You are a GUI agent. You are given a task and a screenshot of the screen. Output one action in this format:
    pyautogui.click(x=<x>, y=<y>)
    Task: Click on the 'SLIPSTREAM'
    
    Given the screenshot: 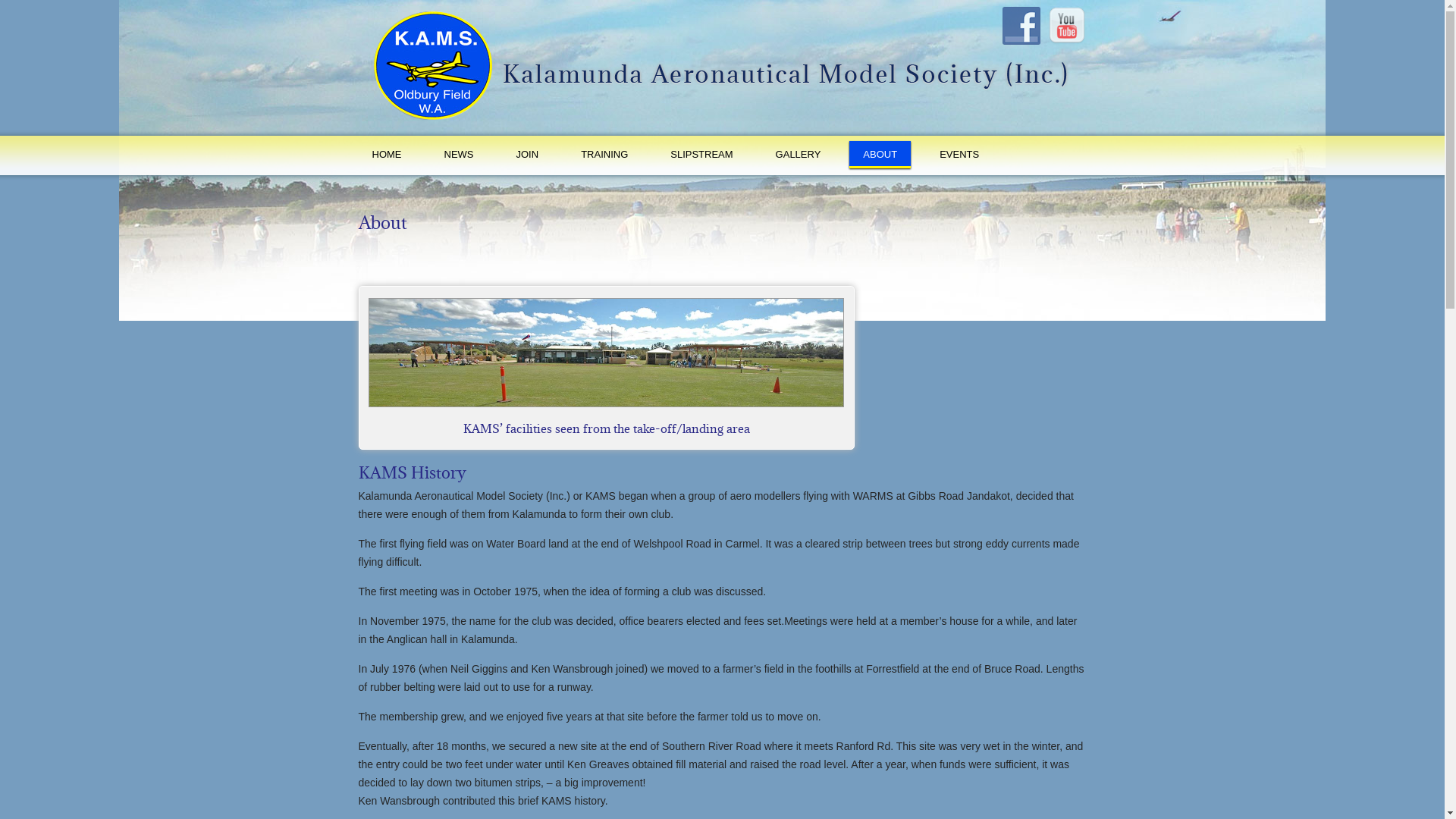 What is the action you would take?
    pyautogui.click(x=701, y=155)
    